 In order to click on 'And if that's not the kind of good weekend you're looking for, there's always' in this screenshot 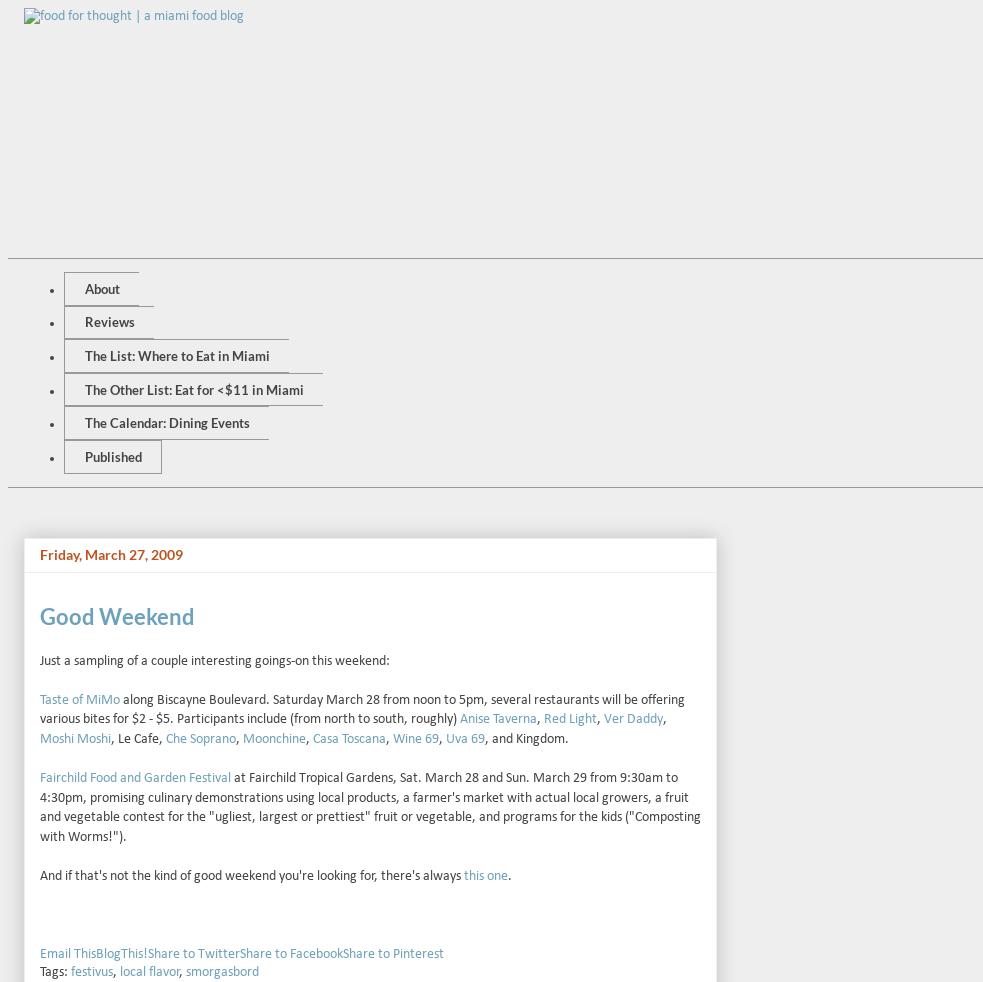, I will do `click(252, 876)`.